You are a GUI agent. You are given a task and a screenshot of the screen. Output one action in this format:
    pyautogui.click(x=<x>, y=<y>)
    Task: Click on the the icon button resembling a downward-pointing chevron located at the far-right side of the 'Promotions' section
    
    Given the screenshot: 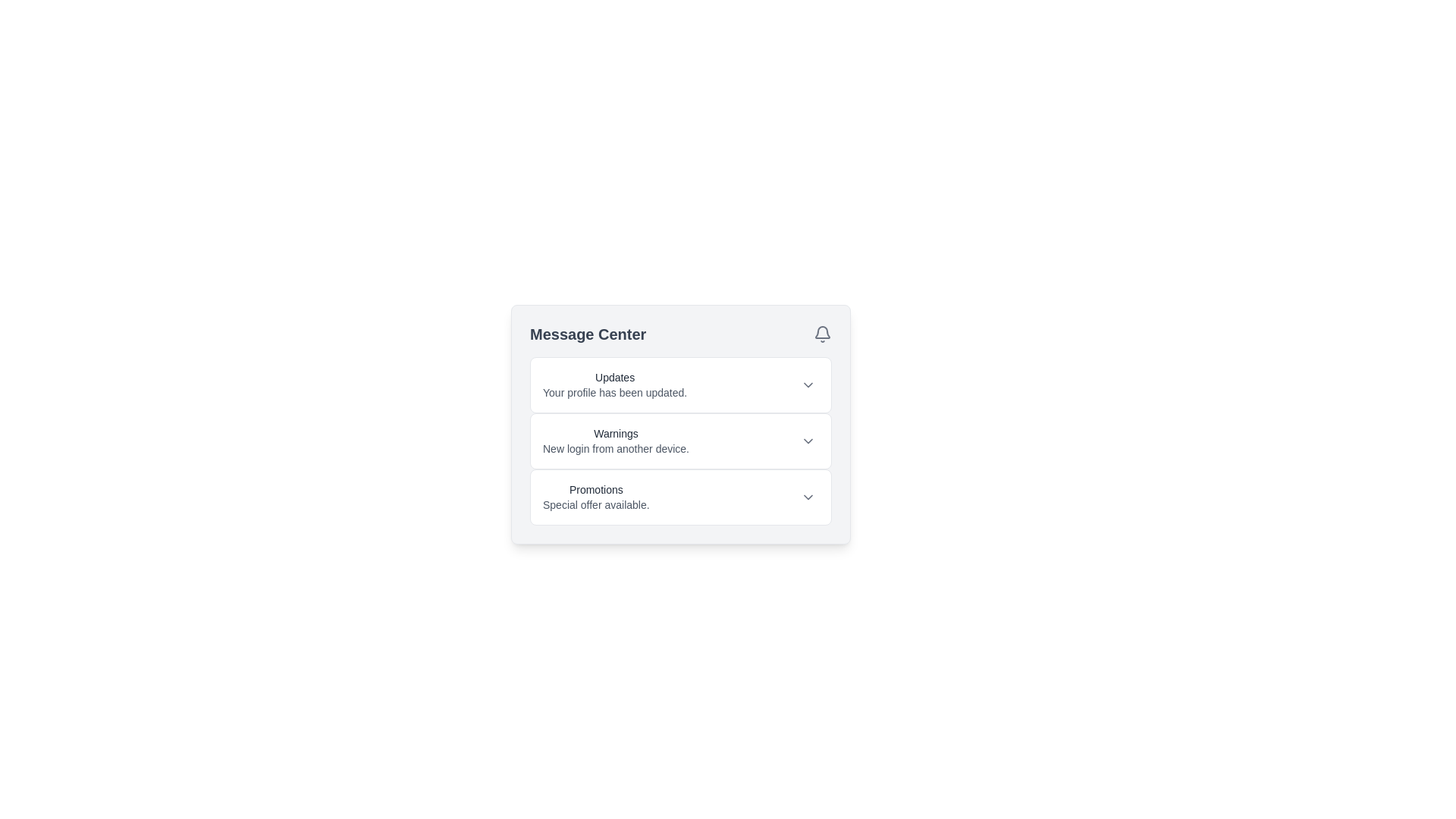 What is the action you would take?
    pyautogui.click(x=807, y=497)
    